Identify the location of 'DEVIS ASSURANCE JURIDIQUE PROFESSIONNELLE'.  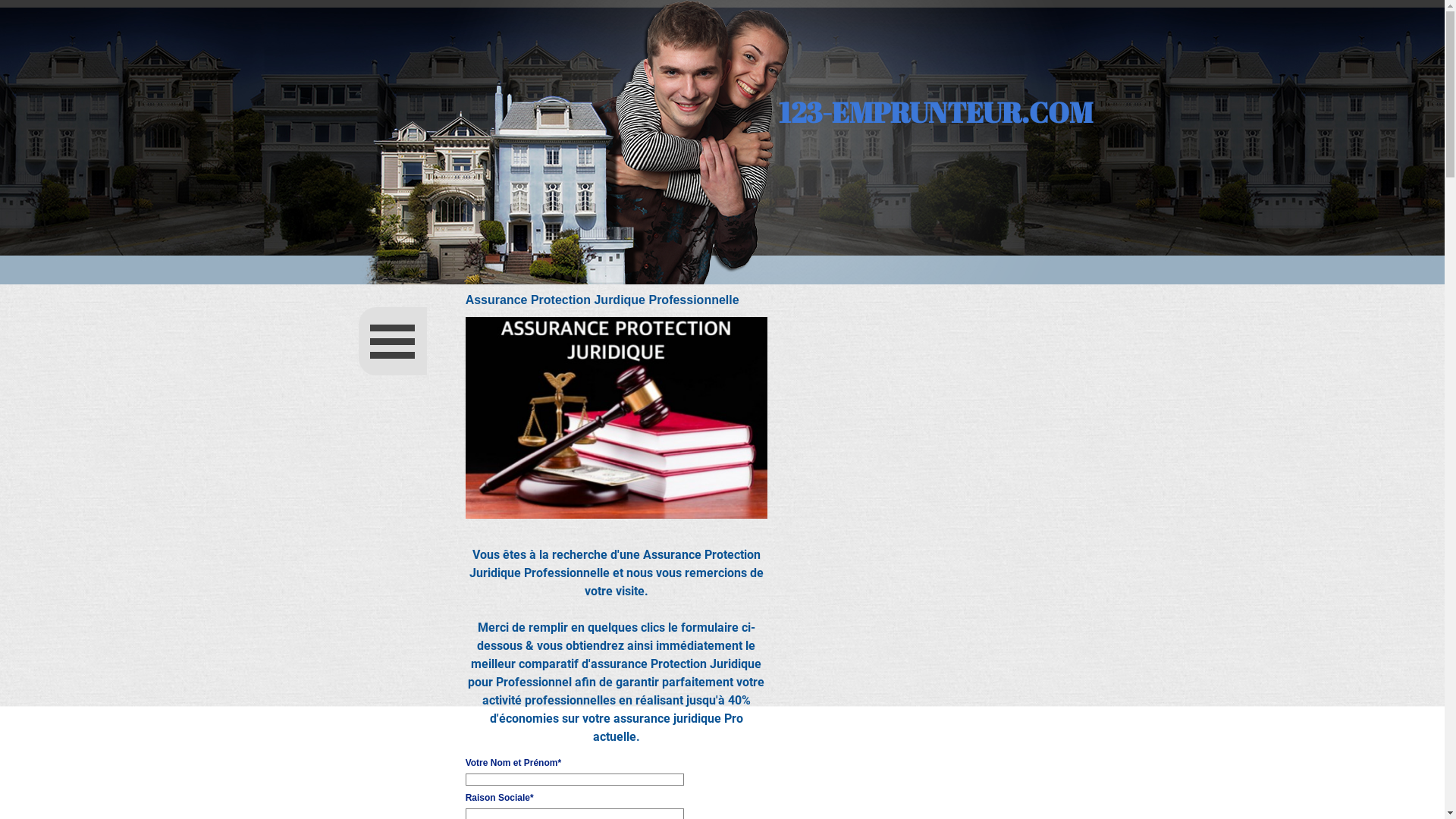
(616, 418).